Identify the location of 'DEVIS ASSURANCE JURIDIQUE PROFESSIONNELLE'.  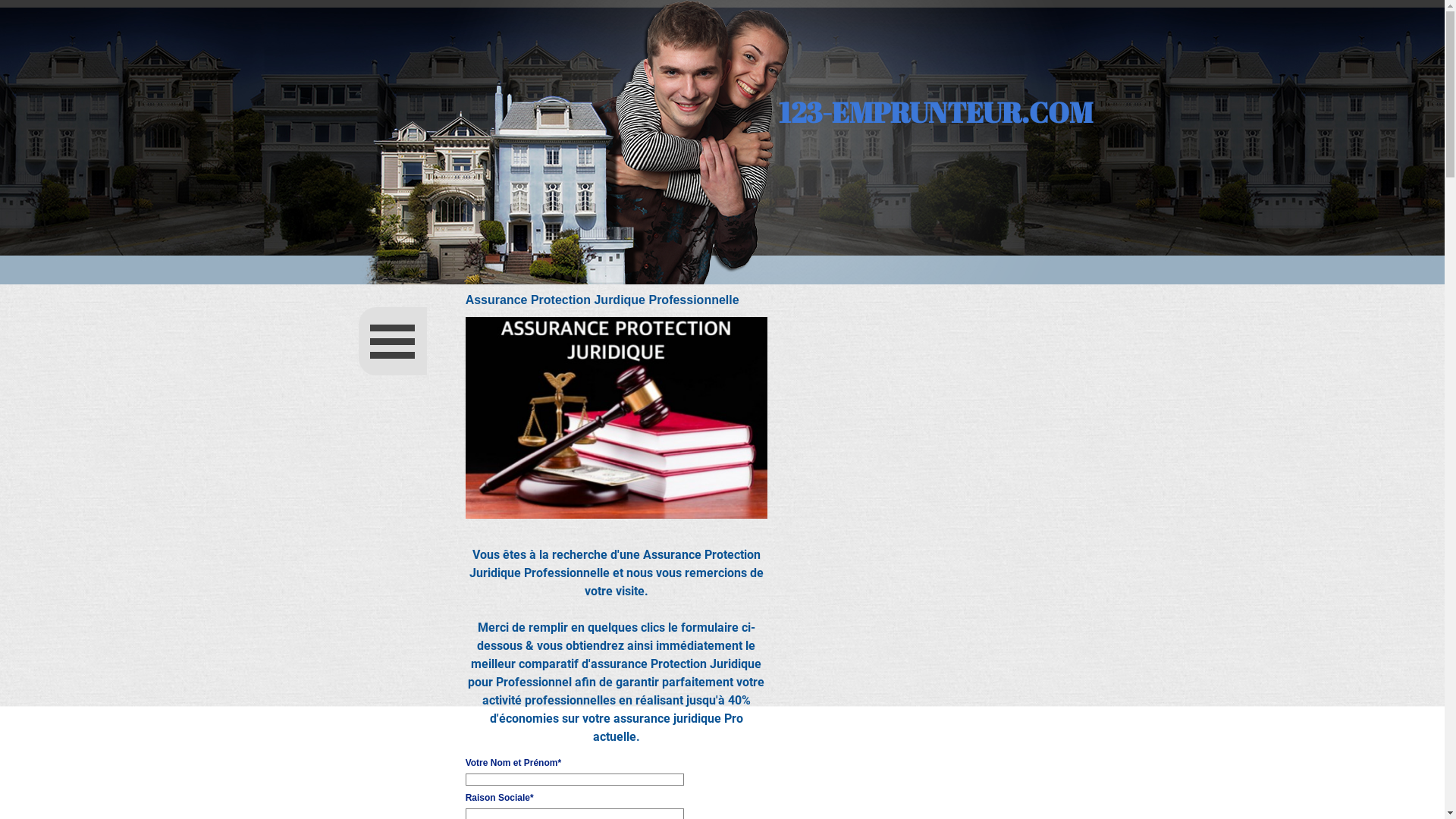
(616, 418).